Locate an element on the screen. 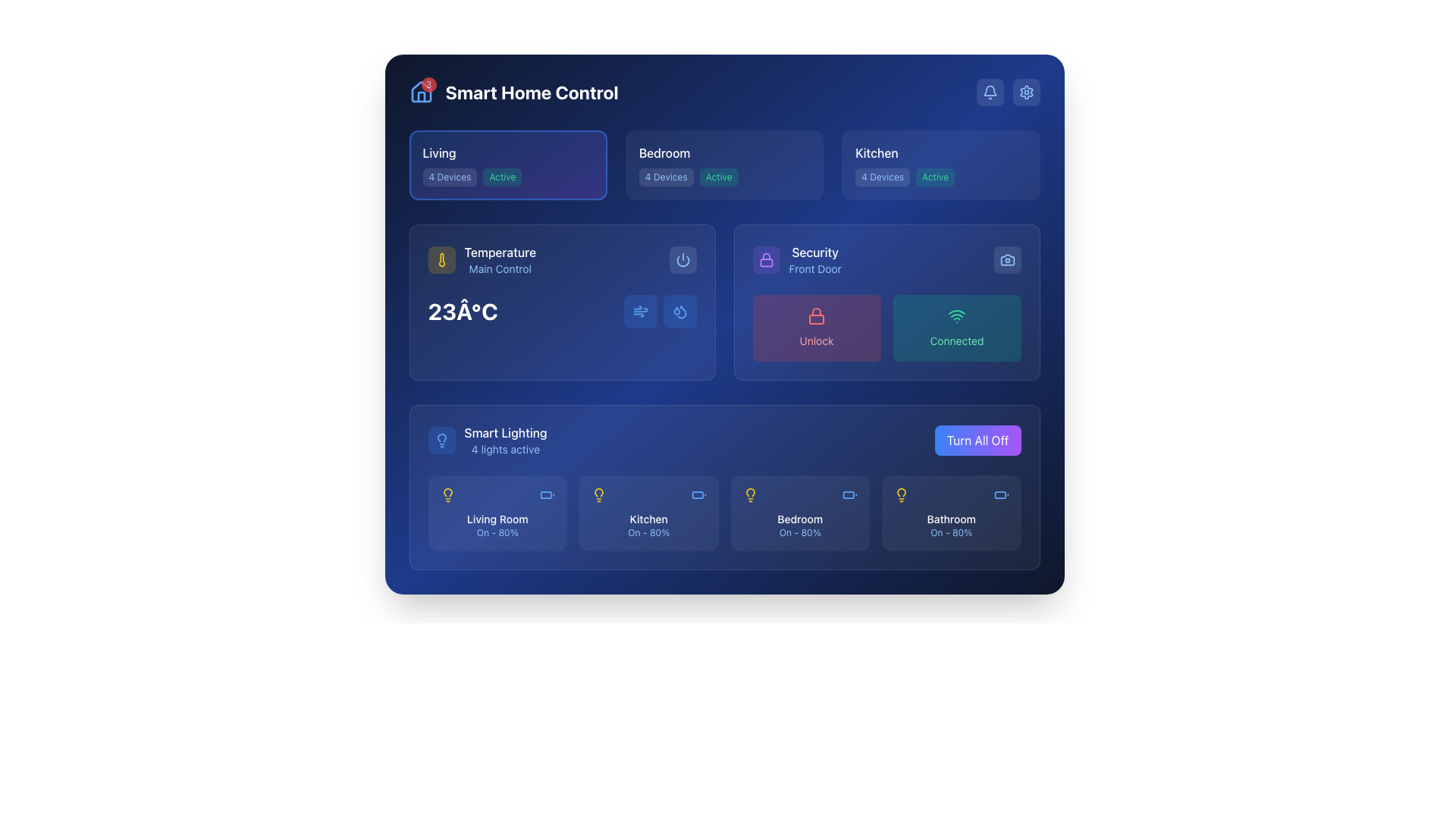 Image resolution: width=1456 pixels, height=819 pixels. text label that serves as the identifier for the 'Front Door' security feature, located in the top-right corner of the 'Security' card, right of the purple lock icon and above the 'Unlock' button is located at coordinates (814, 259).